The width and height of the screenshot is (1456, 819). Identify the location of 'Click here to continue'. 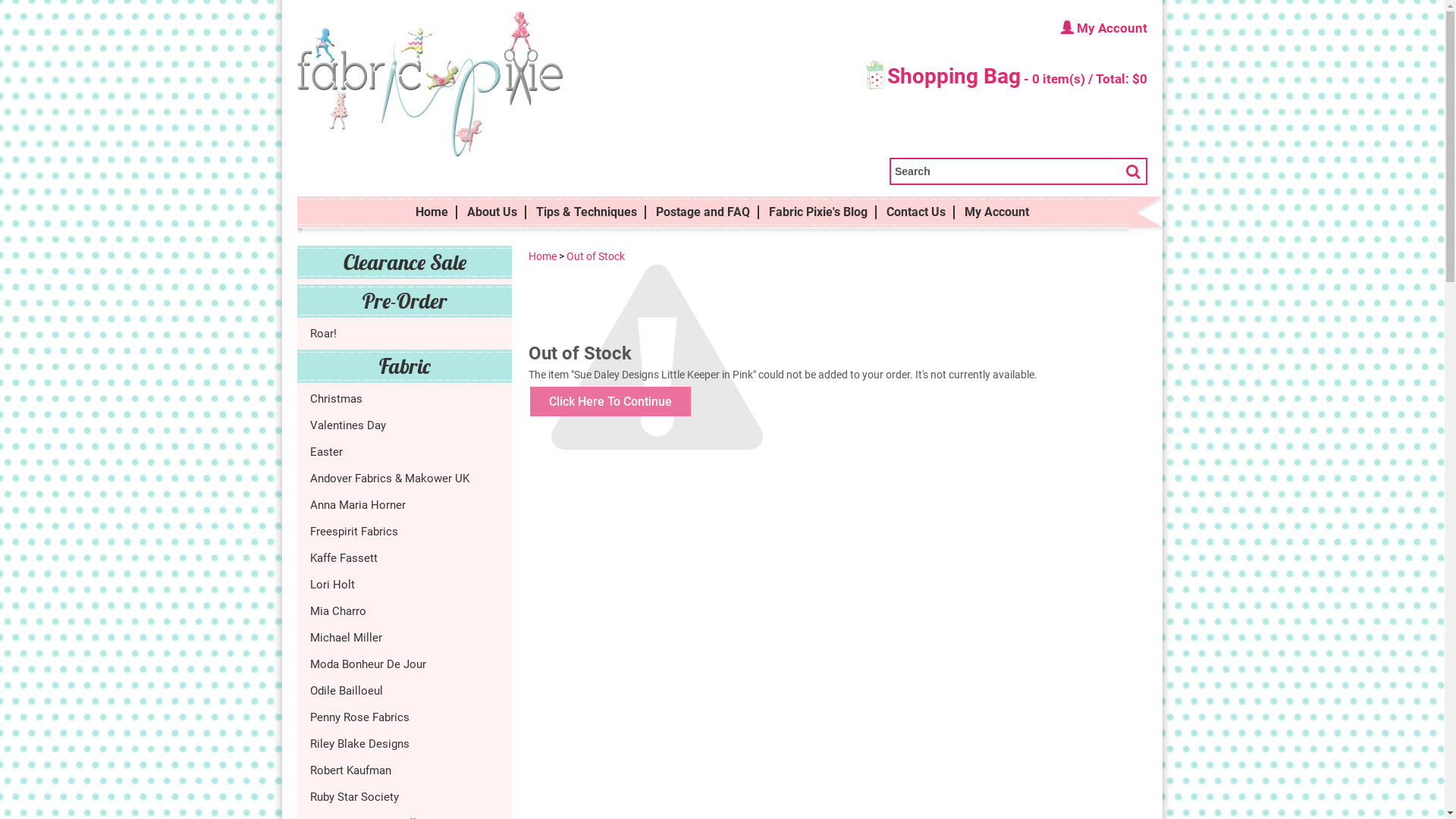
(610, 400).